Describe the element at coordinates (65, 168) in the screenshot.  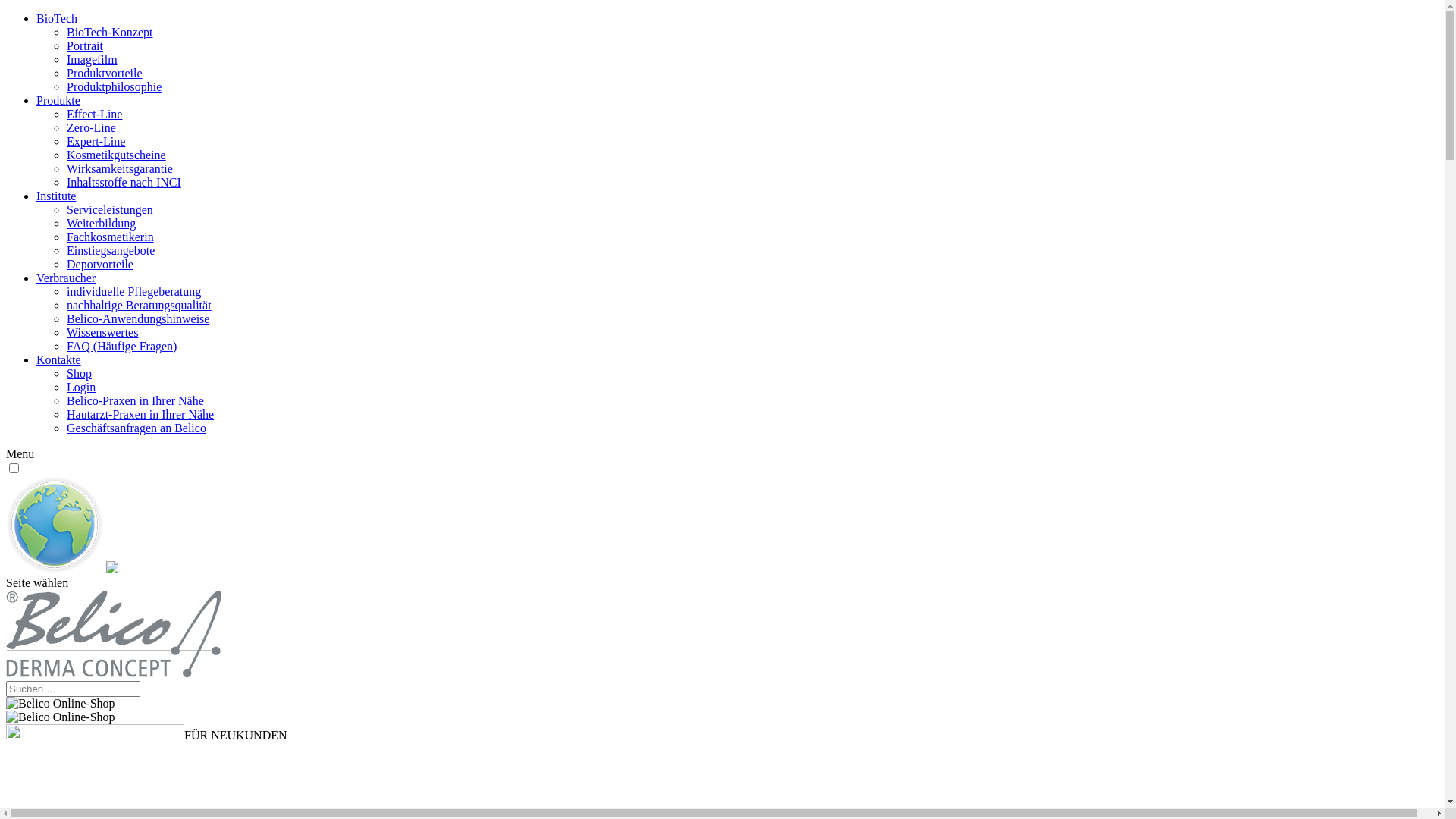
I see `'Wirksamkeitsgarantie'` at that location.